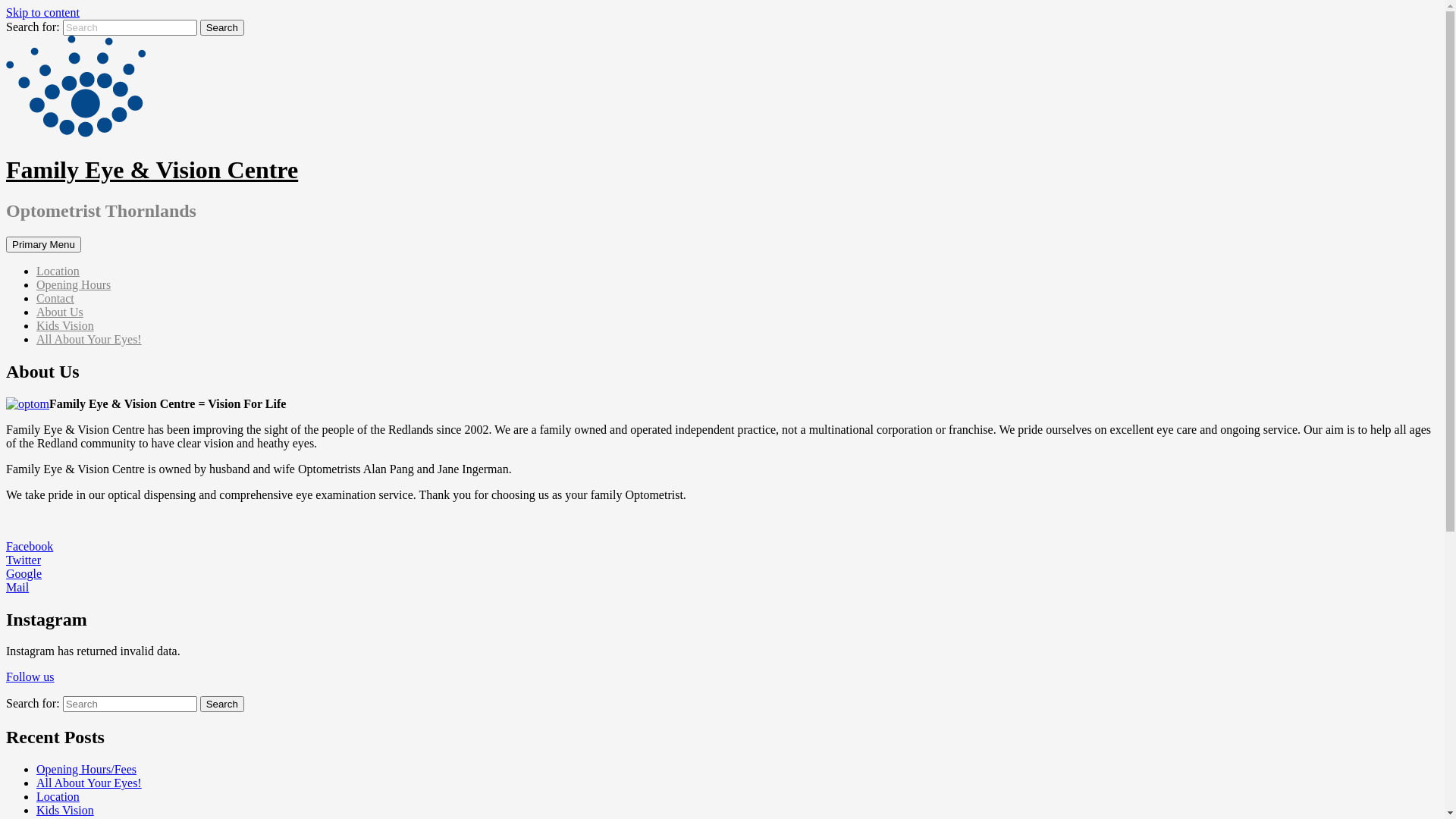 The image size is (1456, 819). Describe the element at coordinates (42, 12) in the screenshot. I see `'Skip to content'` at that location.